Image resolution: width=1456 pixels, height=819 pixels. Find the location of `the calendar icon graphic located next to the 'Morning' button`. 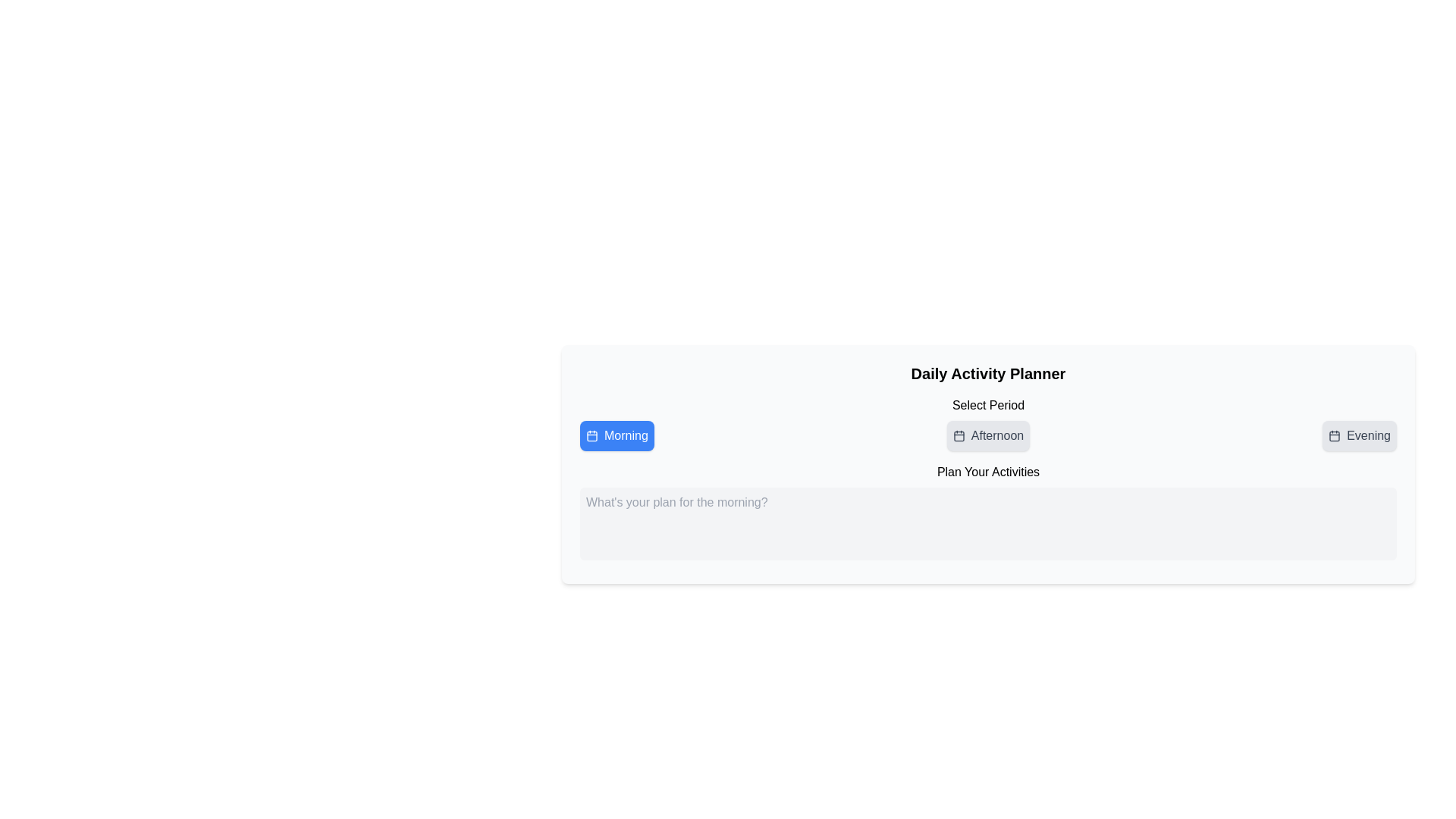

the calendar icon graphic located next to the 'Morning' button is located at coordinates (591, 435).